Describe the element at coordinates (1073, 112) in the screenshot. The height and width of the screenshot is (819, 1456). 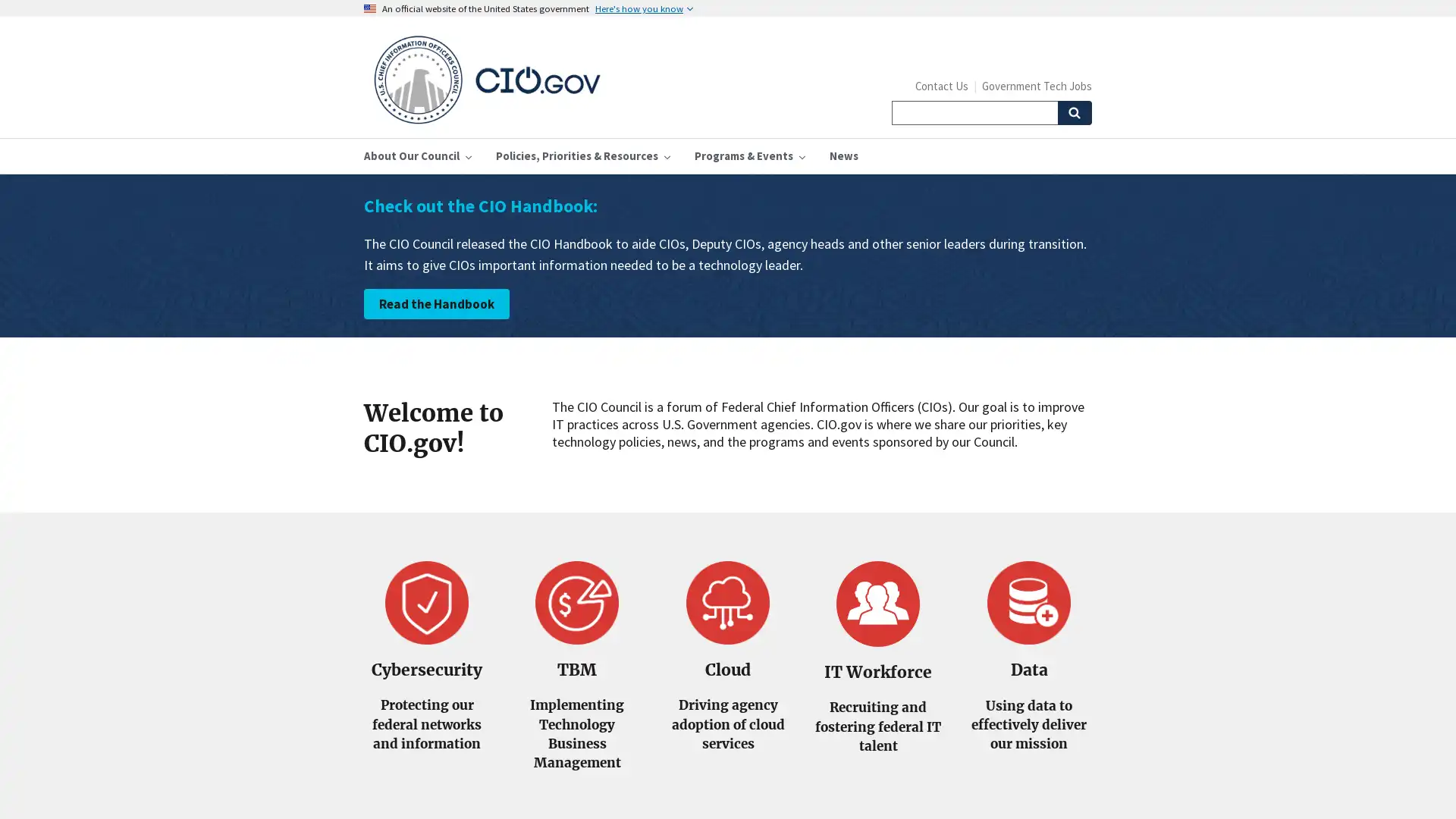
I see `Search` at that location.